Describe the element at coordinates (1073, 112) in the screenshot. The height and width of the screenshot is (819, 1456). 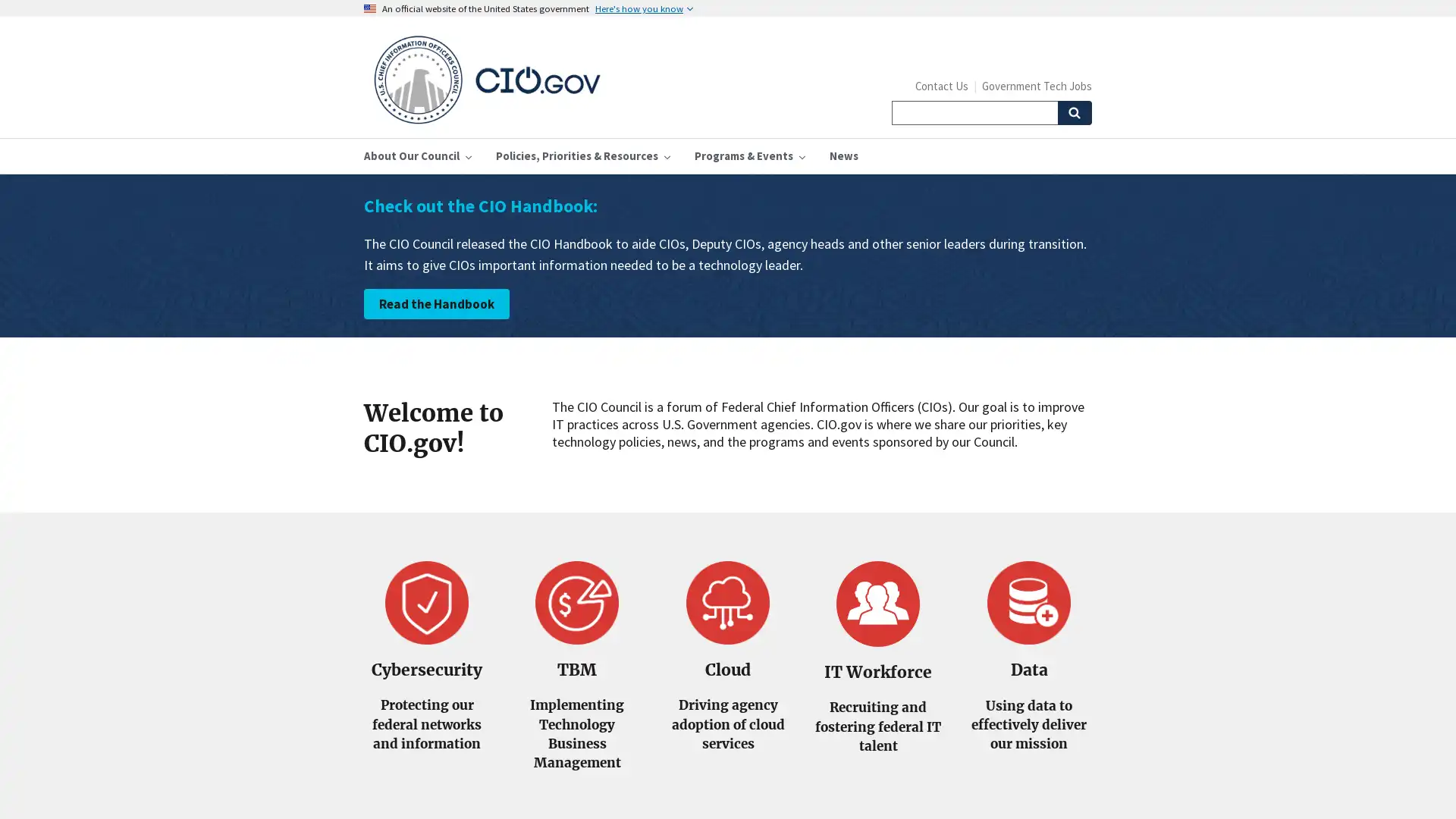
I see `Search` at that location.